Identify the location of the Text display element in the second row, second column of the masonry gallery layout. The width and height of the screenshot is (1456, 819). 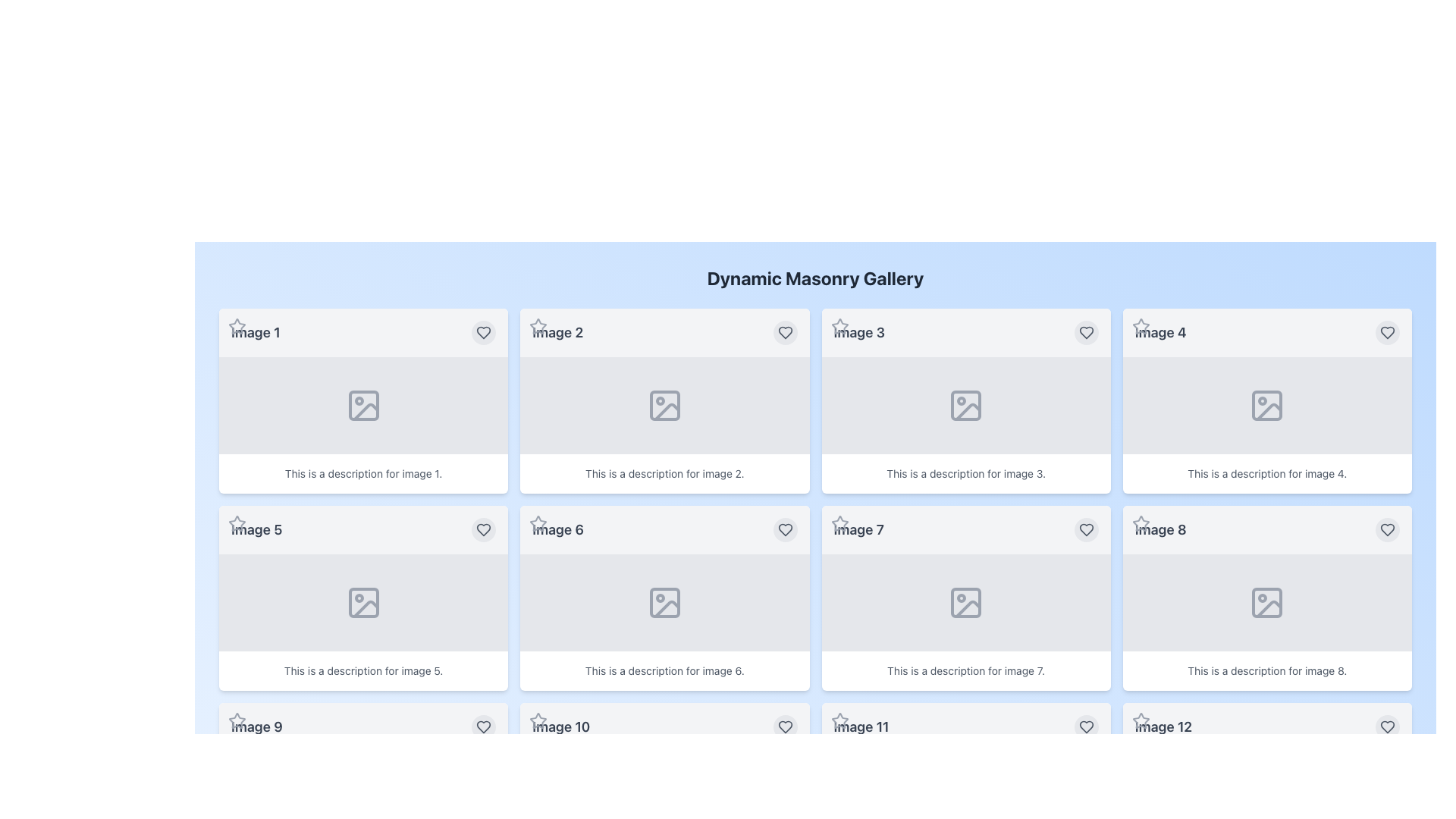
(557, 529).